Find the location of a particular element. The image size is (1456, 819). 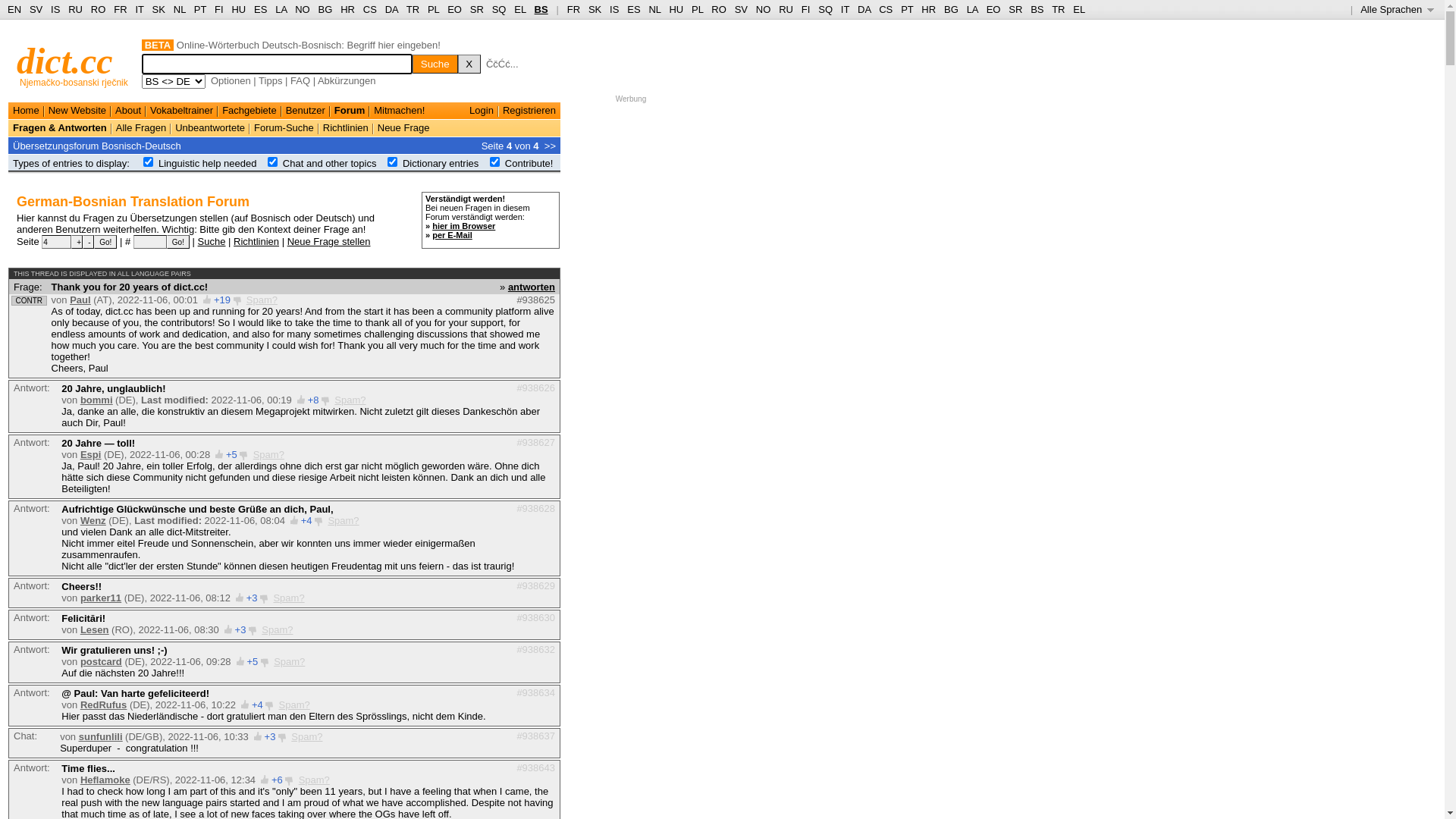

'DA' is located at coordinates (858, 9).